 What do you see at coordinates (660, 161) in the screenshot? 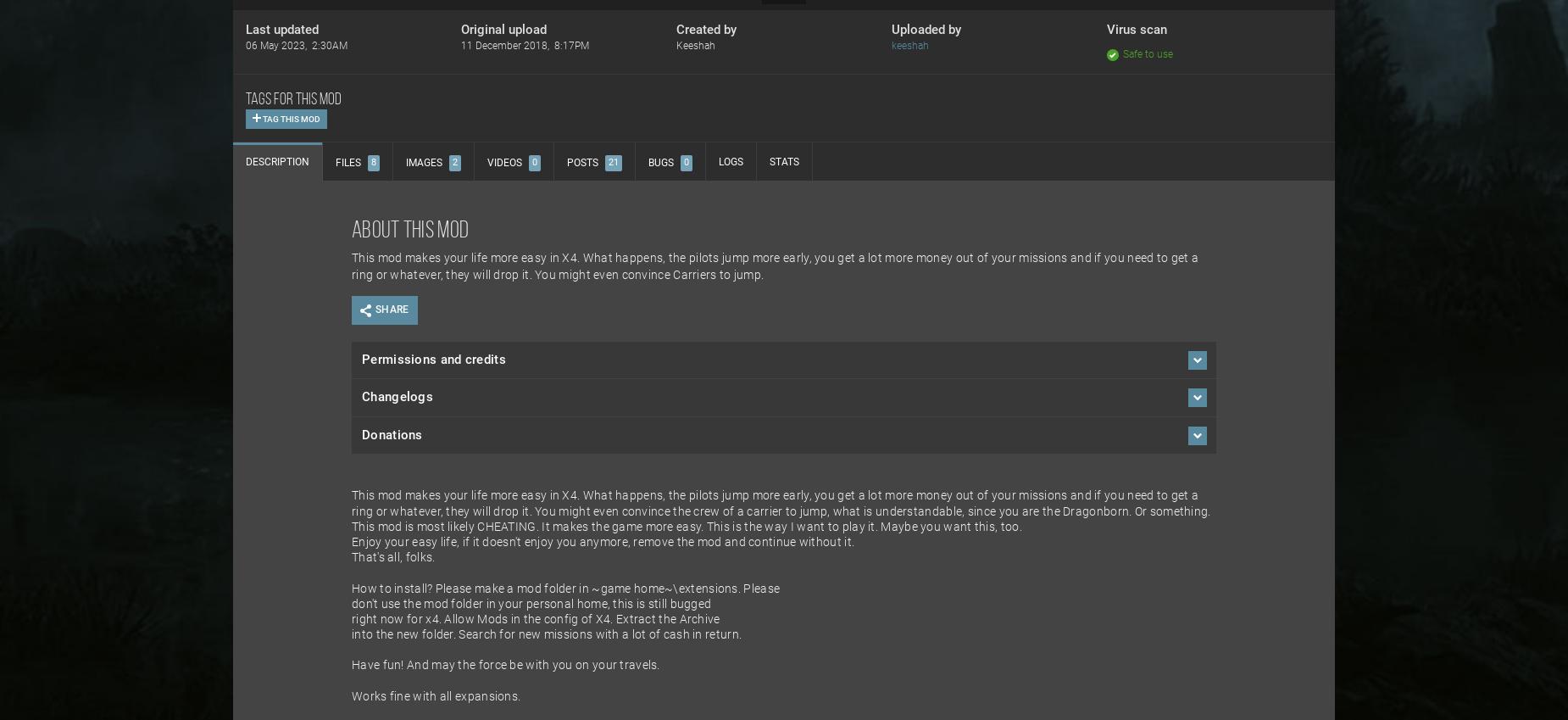
I see `'Bugs'` at bounding box center [660, 161].